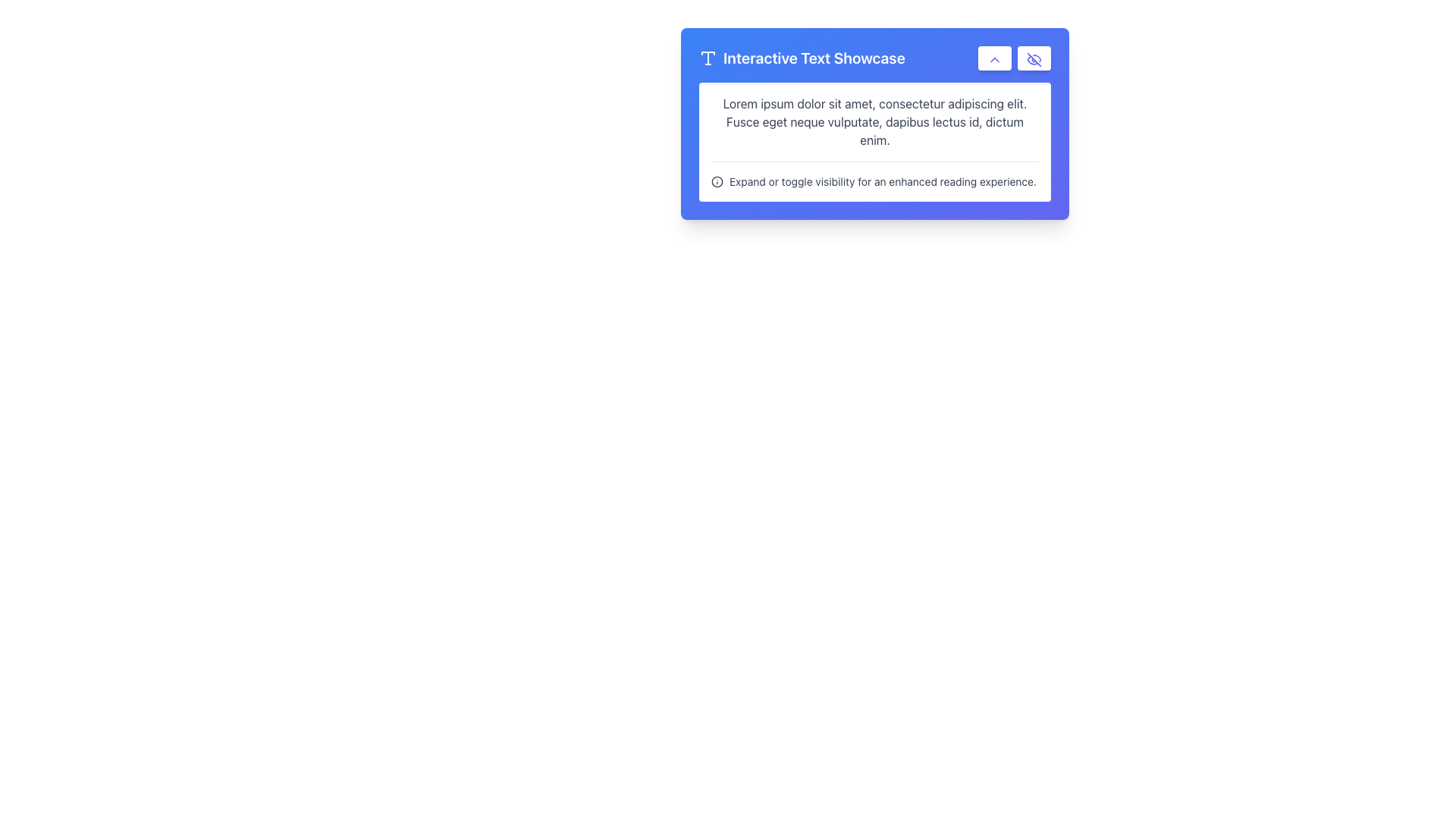  Describe the element at coordinates (708, 52) in the screenshot. I see `the horizontal line segment of the SVG component that is part of the 'T'-shaped graphic, located near the top left of the interface, adjacent to 'Interactive Text Showcase'` at that location.